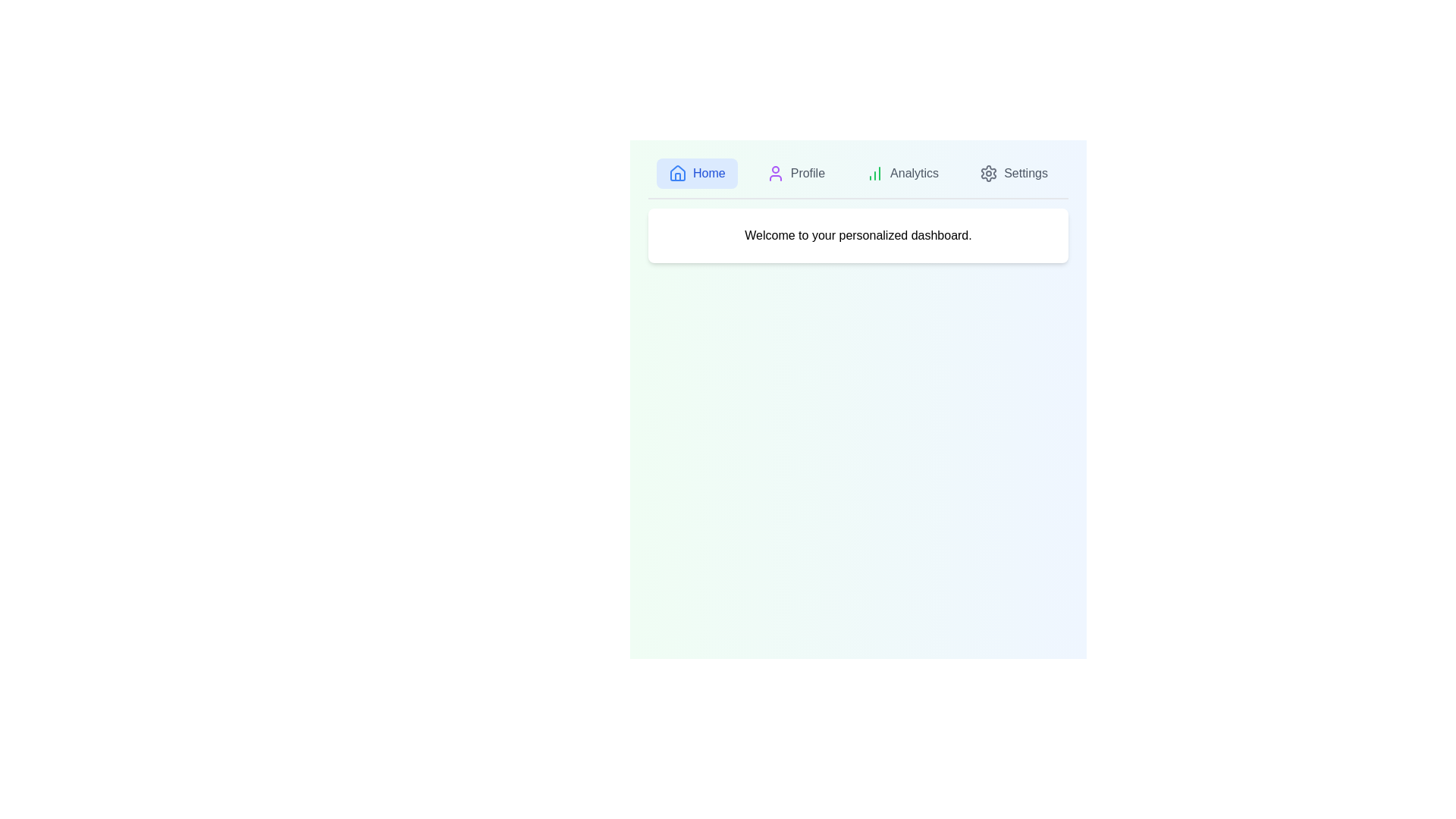 The height and width of the screenshot is (819, 1456). What do you see at coordinates (795, 172) in the screenshot?
I see `the Profile tab to view its hover effect` at bounding box center [795, 172].